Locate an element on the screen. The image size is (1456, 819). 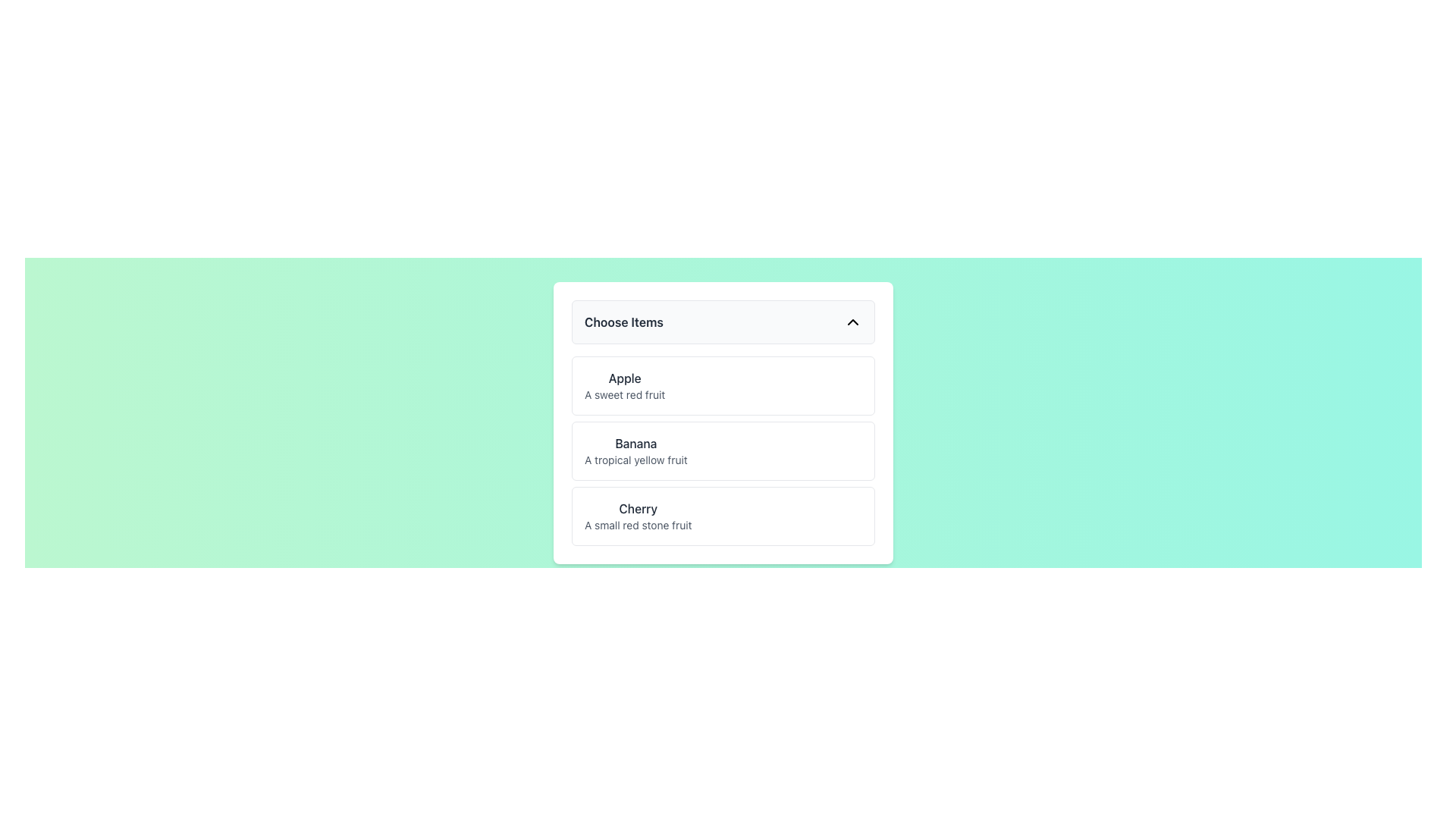
the descriptive text label located below the bolded text 'Apple' in the dropdown list is located at coordinates (625, 394).